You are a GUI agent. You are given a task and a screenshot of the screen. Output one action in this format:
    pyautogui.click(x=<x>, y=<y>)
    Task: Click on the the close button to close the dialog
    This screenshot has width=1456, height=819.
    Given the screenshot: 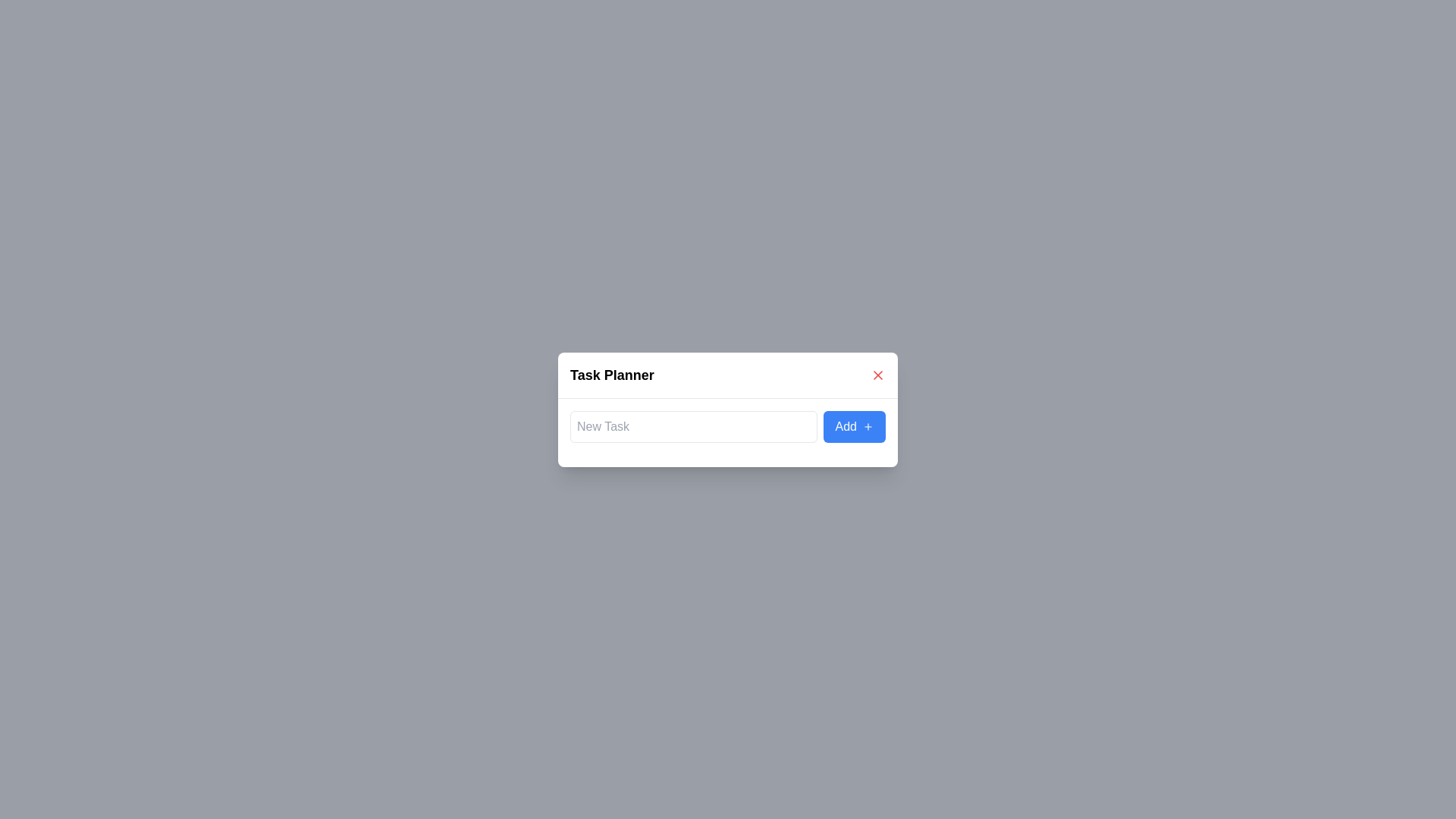 What is the action you would take?
    pyautogui.click(x=877, y=375)
    